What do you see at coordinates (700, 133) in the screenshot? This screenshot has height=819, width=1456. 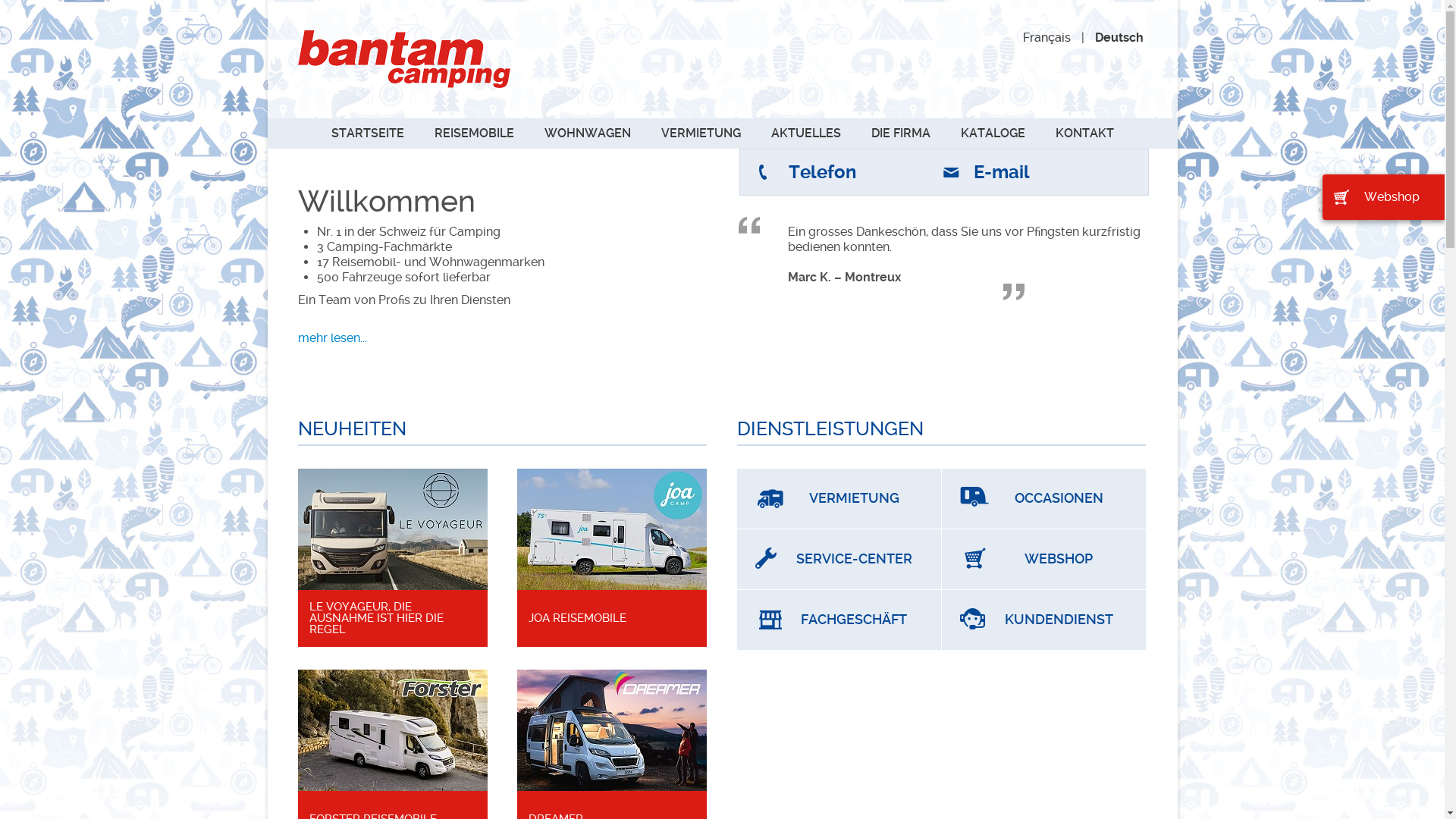 I see `'VERMIETUNG'` at bounding box center [700, 133].